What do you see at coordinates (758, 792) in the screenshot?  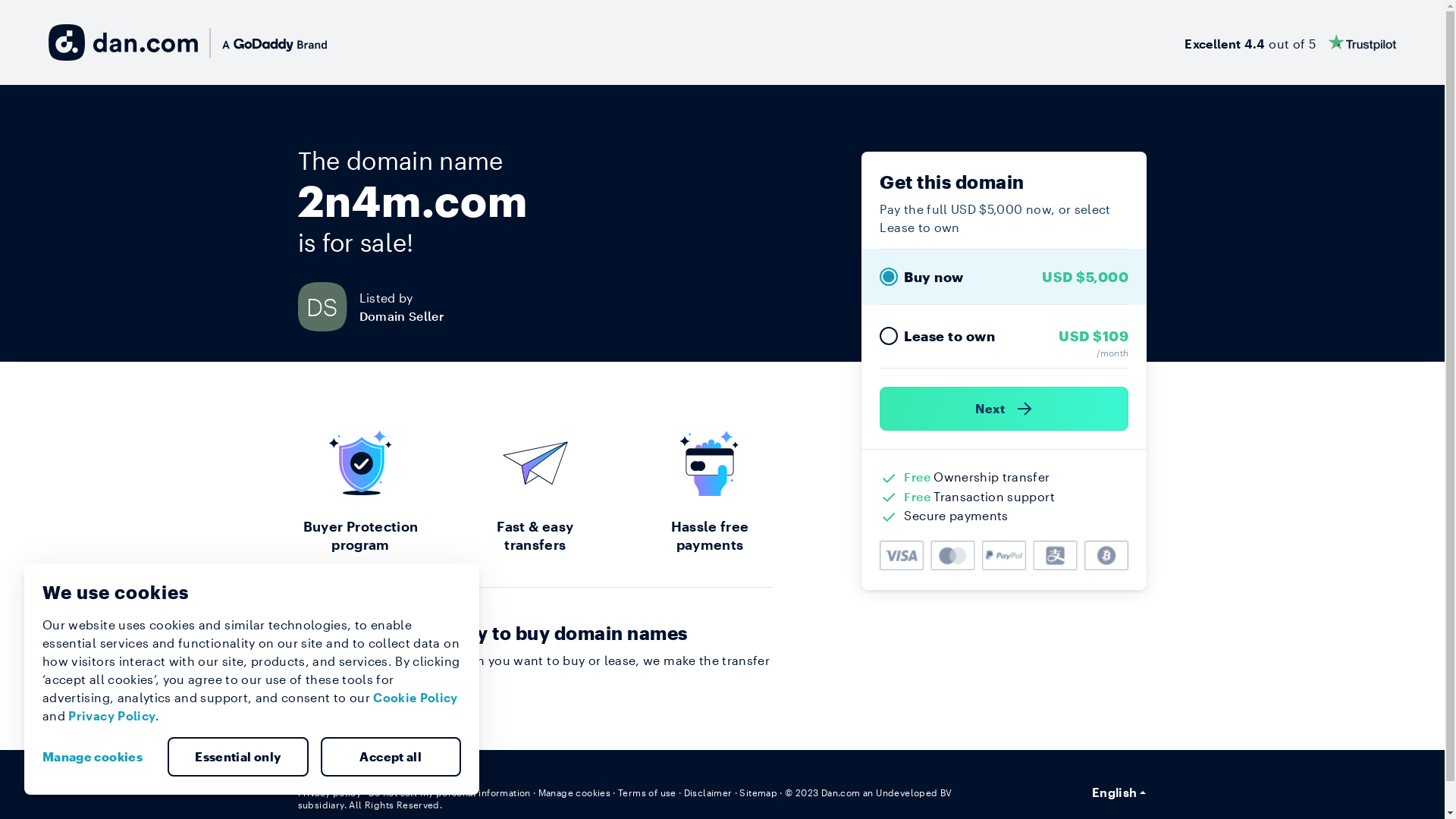 I see `'Sitemap'` at bounding box center [758, 792].